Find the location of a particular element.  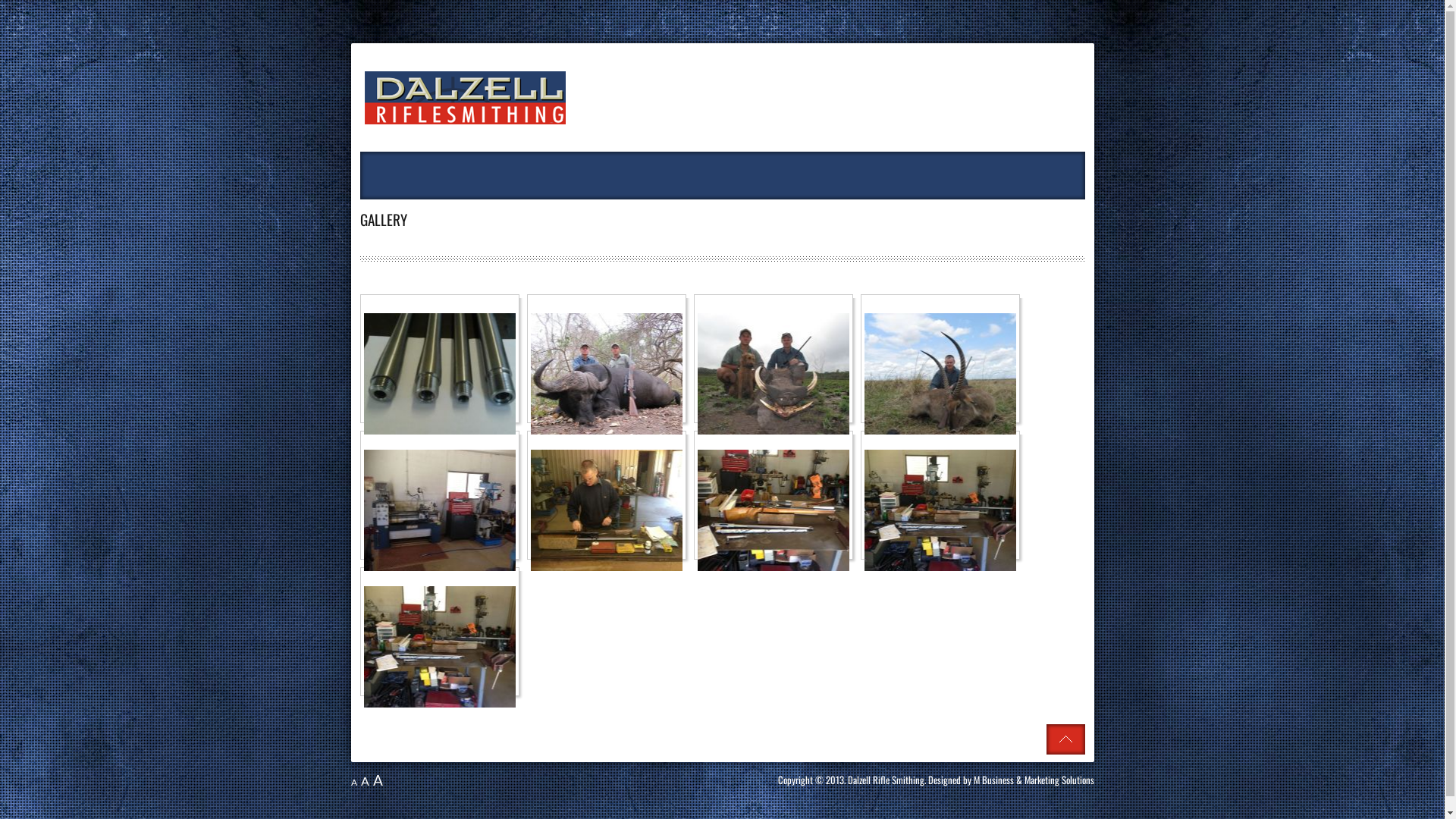

'Click to enlarge image IMG_1460.jpg' is located at coordinates (939, 510).